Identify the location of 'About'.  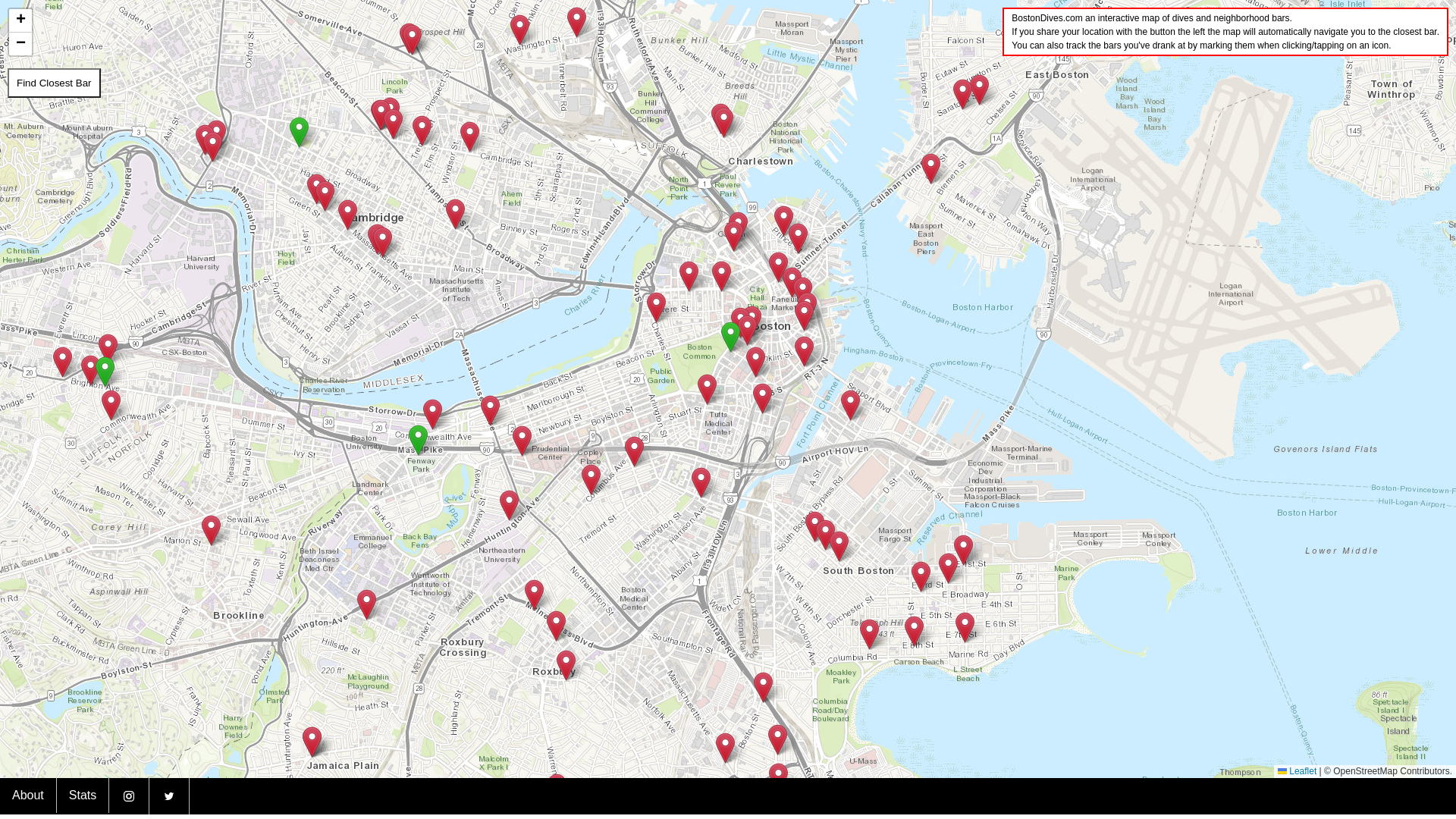
(0, 795).